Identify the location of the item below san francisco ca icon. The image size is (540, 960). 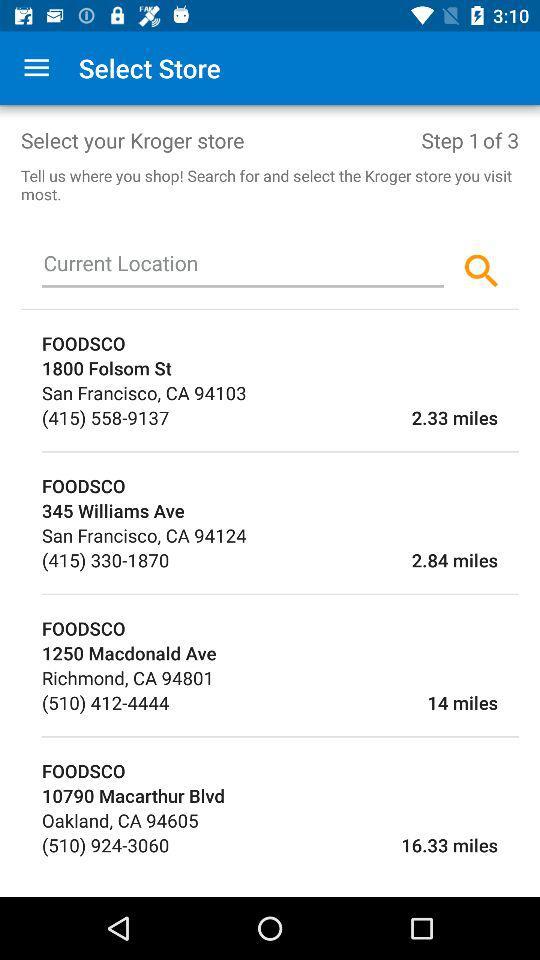
(105, 560).